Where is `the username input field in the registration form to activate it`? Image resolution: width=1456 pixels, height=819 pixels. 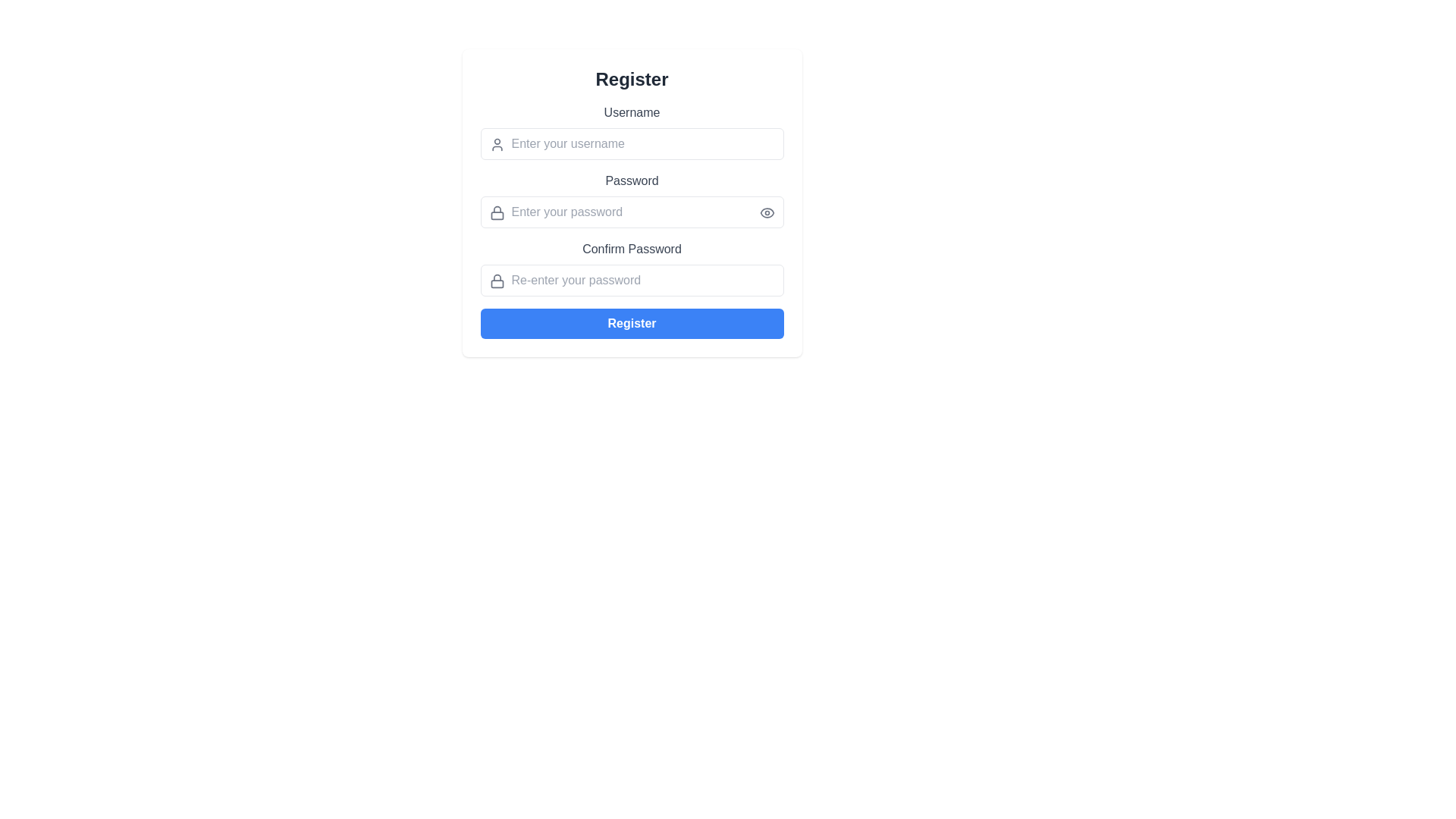 the username input field in the registration form to activate it is located at coordinates (632, 130).